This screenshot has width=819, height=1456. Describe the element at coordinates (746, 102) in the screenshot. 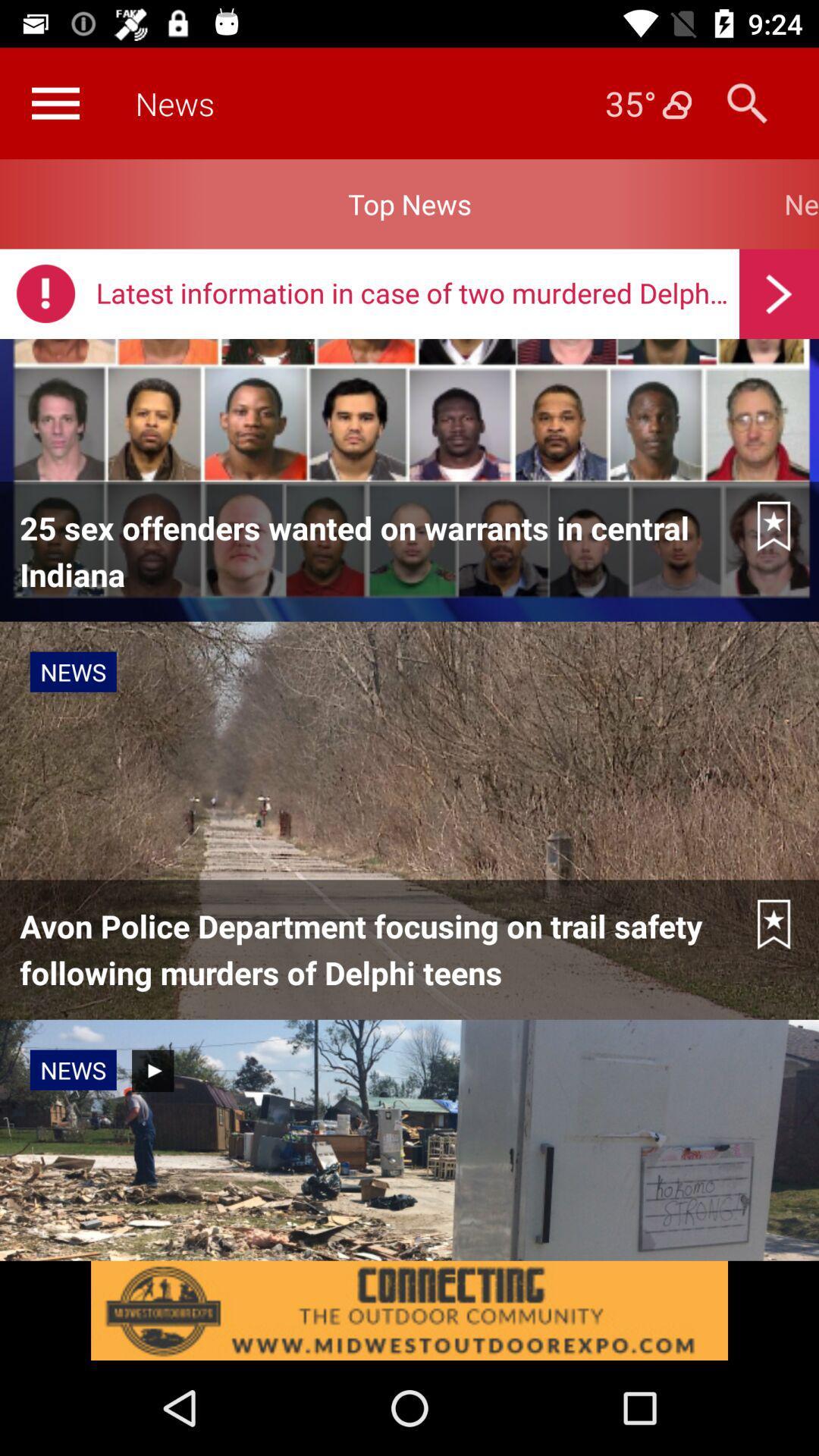

I see `search` at that location.